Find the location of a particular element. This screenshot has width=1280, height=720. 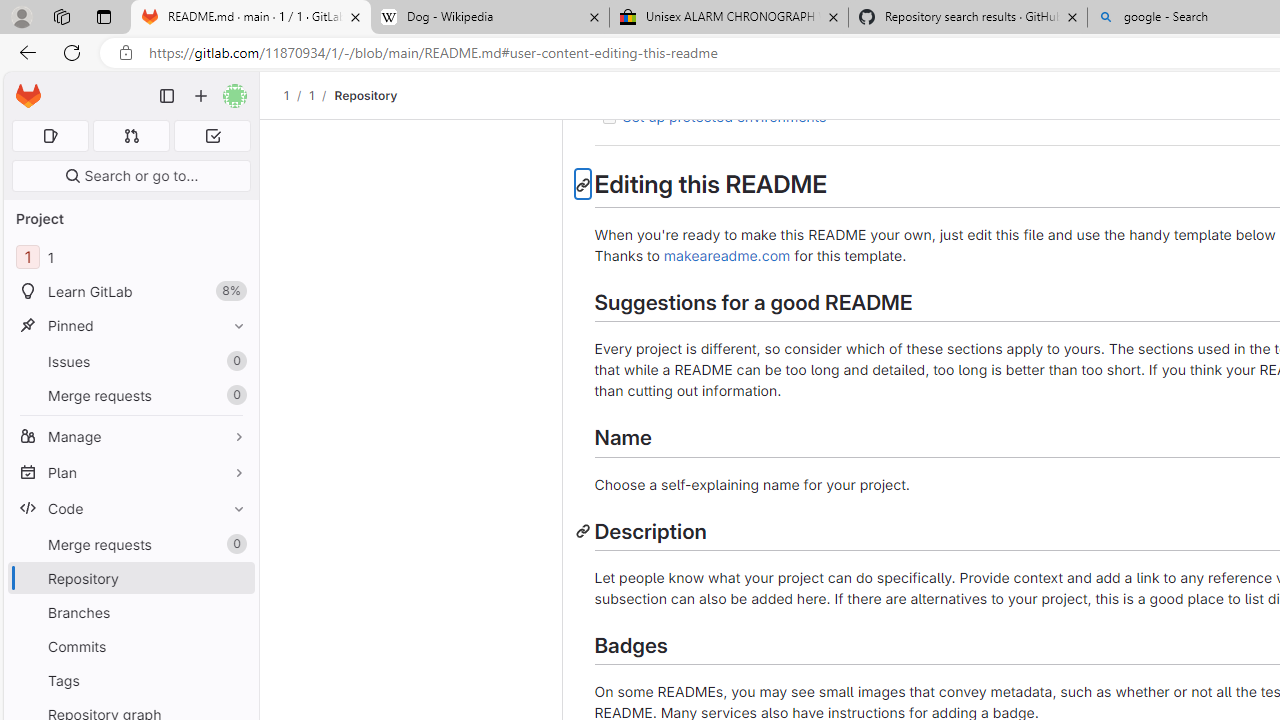

'Branches' is located at coordinates (130, 611).